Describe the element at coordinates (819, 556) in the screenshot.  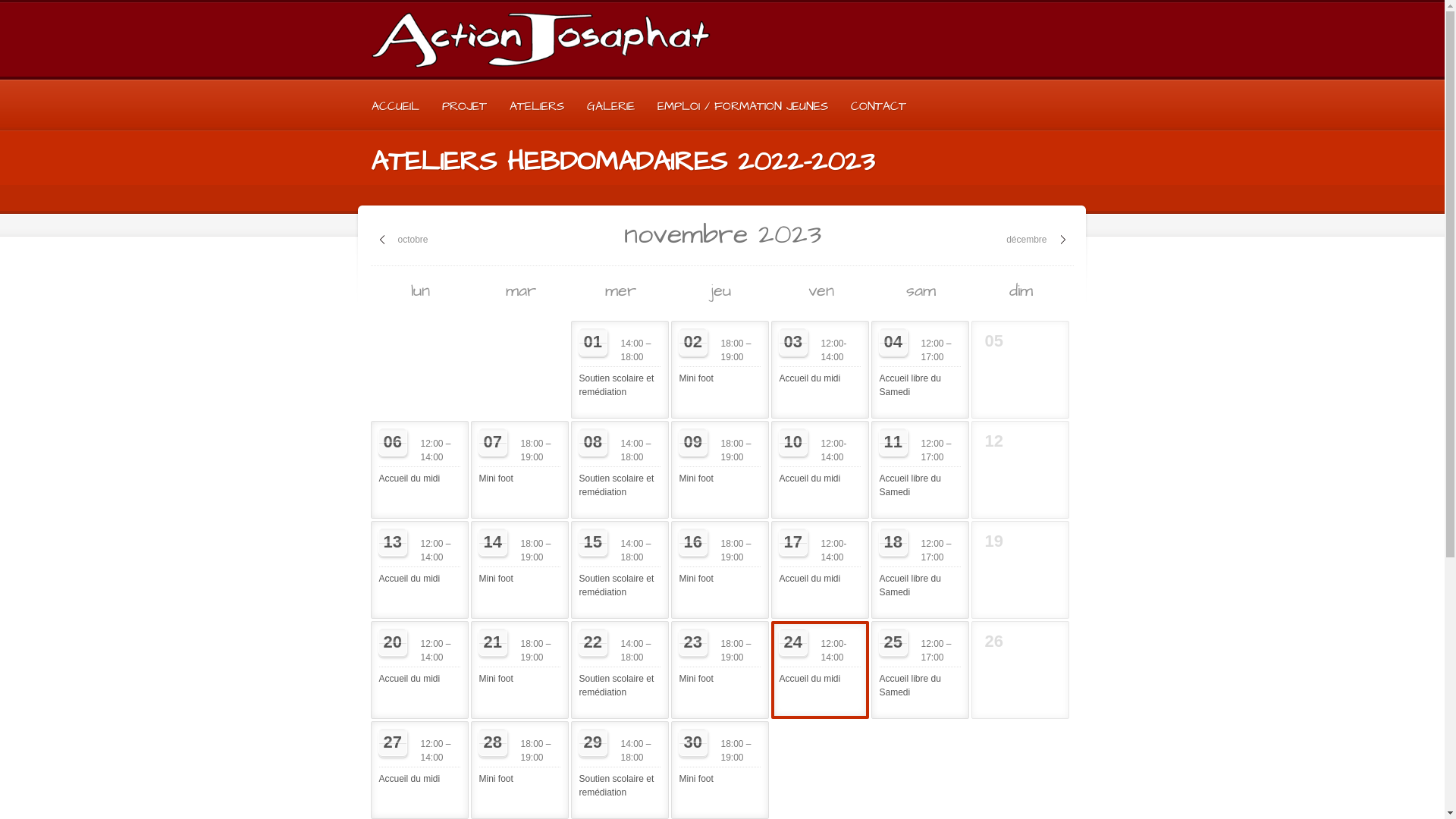
I see `'12:00-14:00` at that location.